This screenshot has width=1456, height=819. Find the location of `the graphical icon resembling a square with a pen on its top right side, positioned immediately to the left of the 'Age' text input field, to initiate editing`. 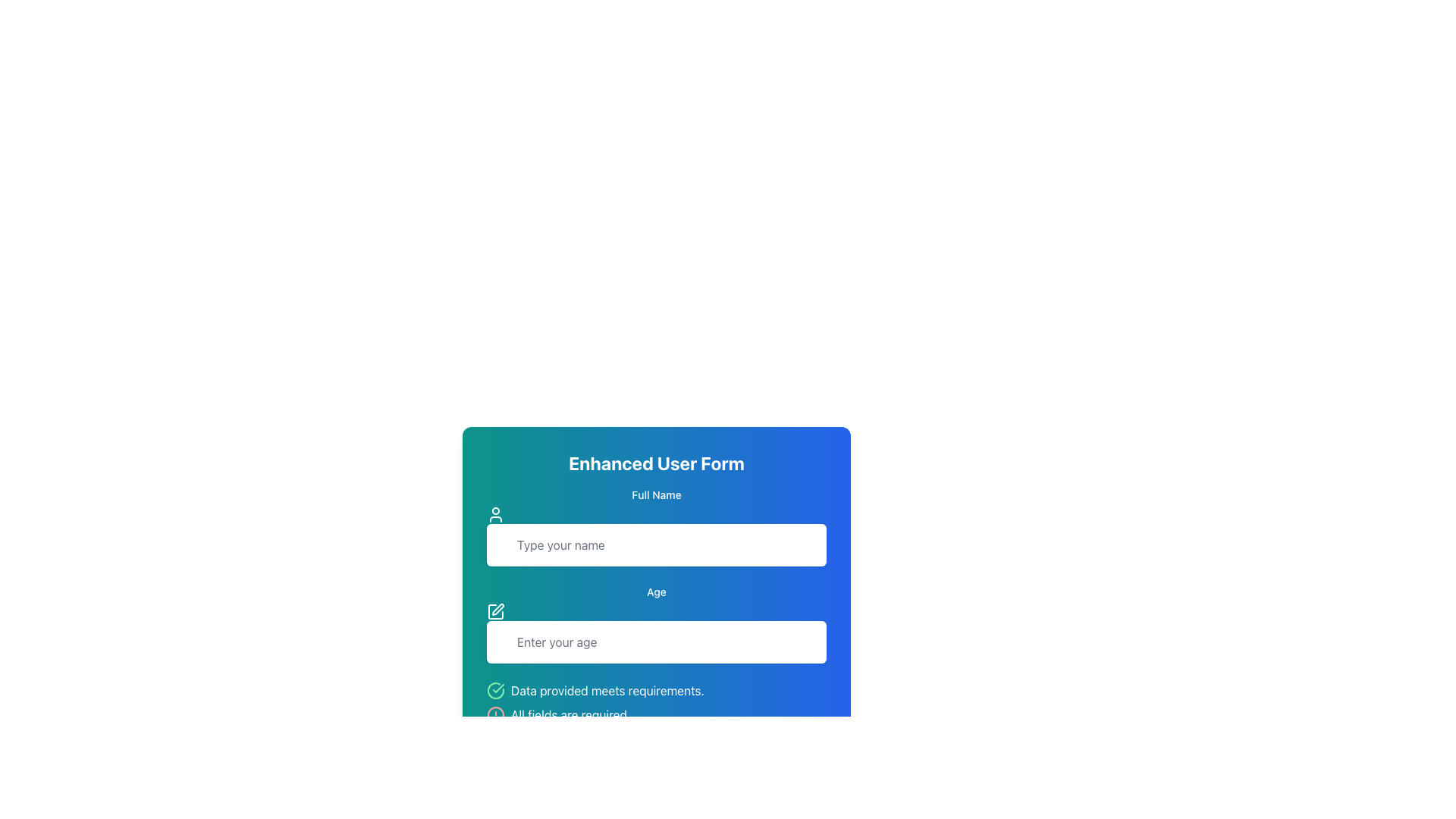

the graphical icon resembling a square with a pen on its top right side, positioned immediately to the left of the 'Age' text input field, to initiate editing is located at coordinates (495, 610).